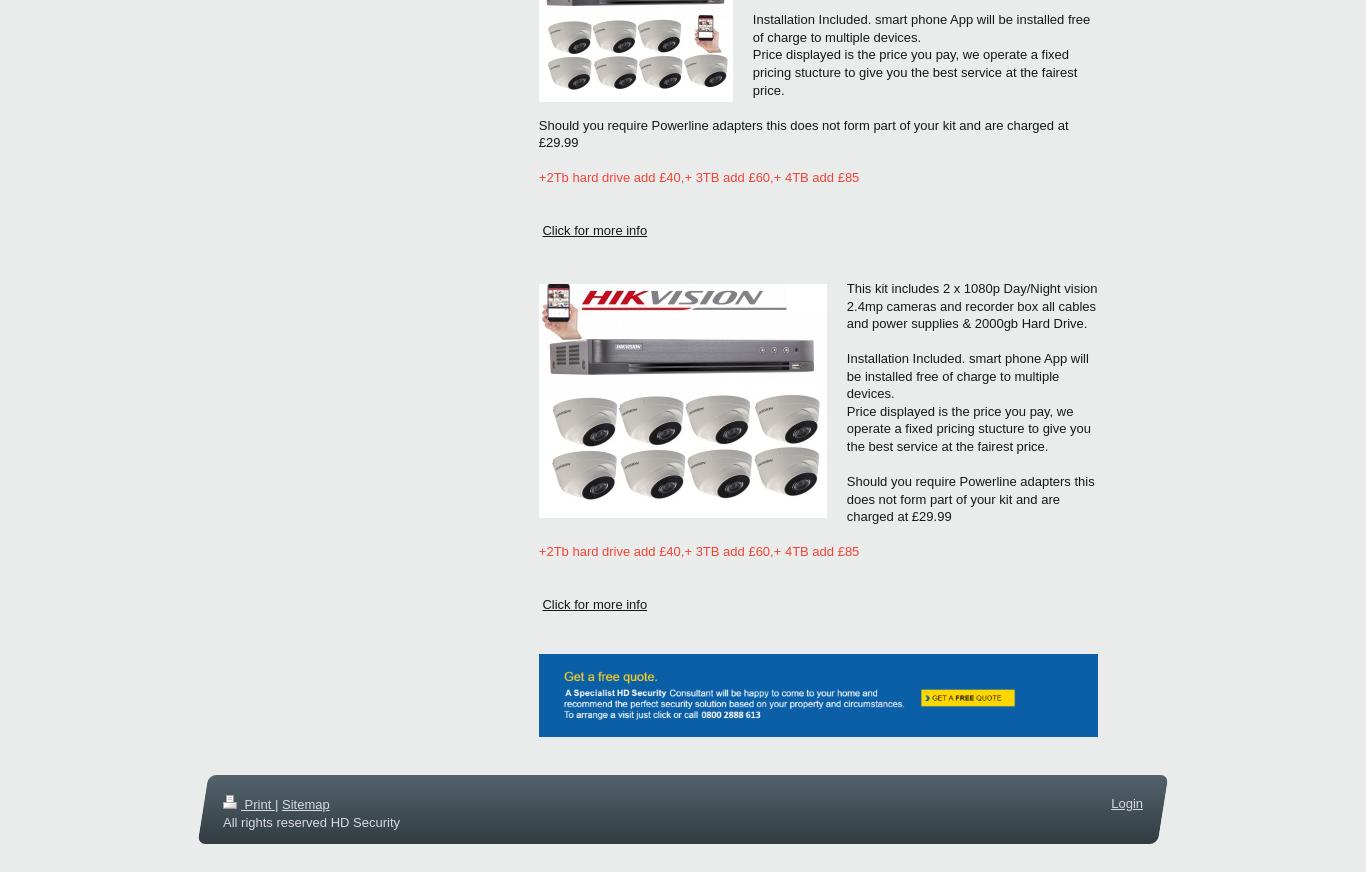  What do you see at coordinates (305, 803) in the screenshot?
I see `'Sitemap'` at bounding box center [305, 803].